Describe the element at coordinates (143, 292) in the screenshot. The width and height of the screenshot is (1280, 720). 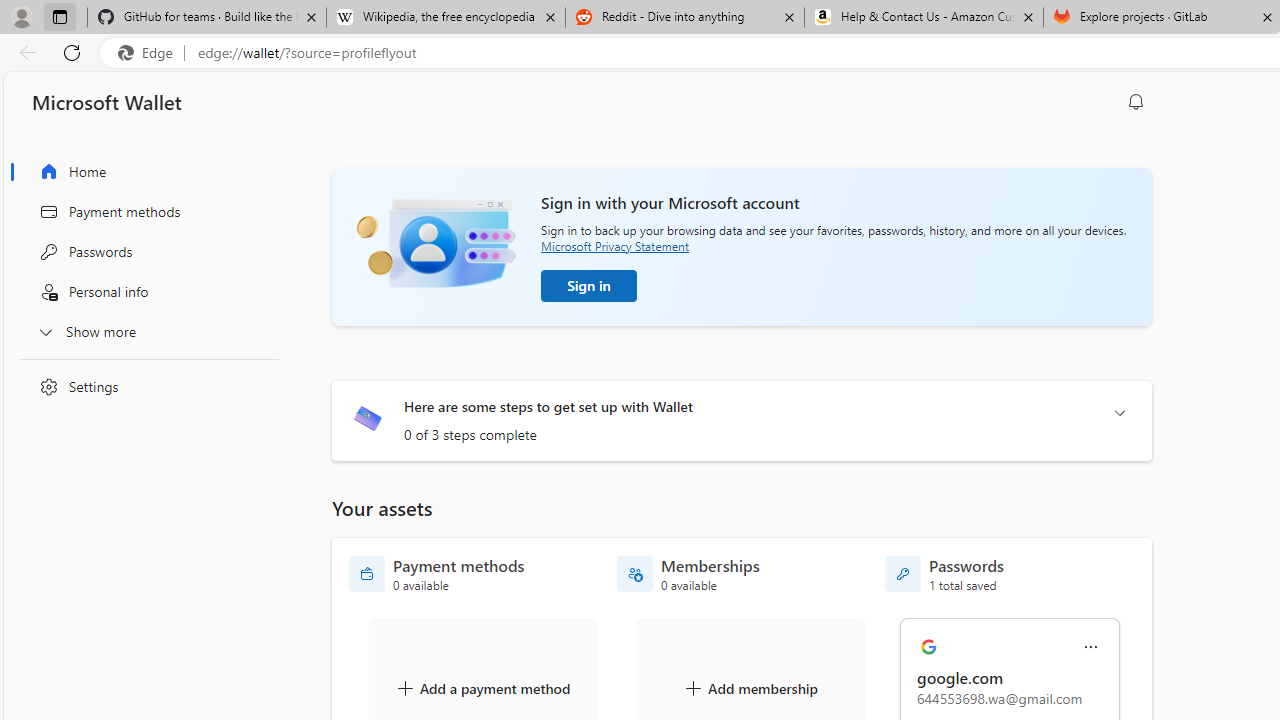
I see `'Personal info'` at that location.